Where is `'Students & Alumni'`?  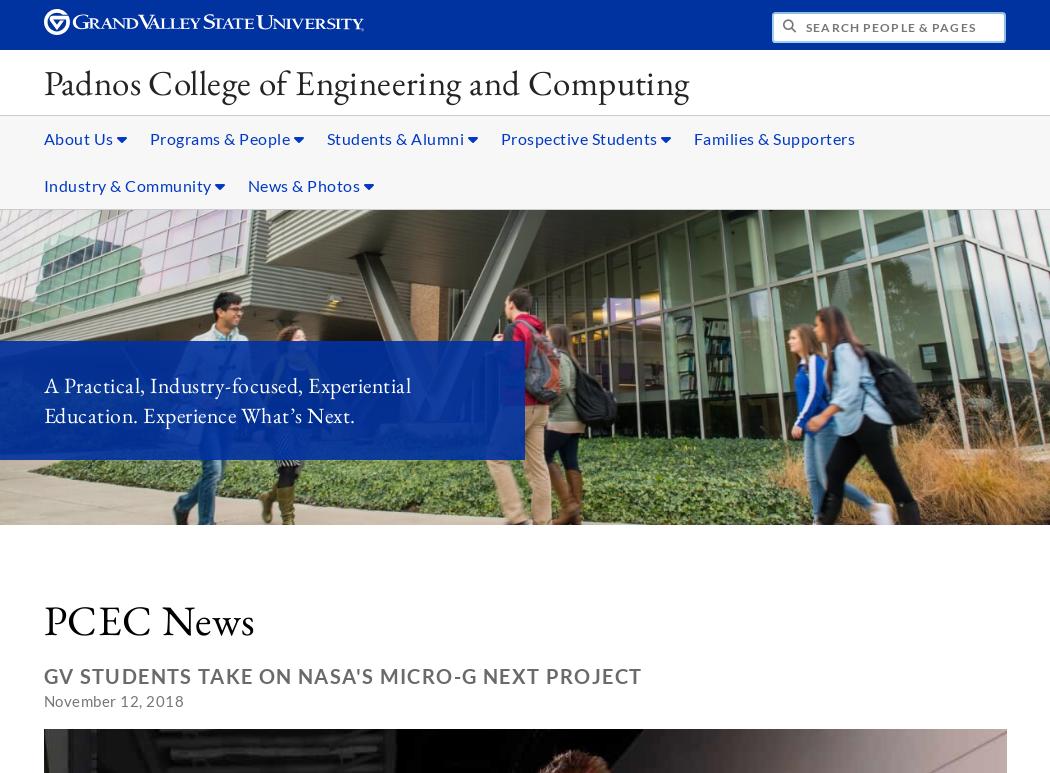 'Students & Alumni' is located at coordinates (396, 137).